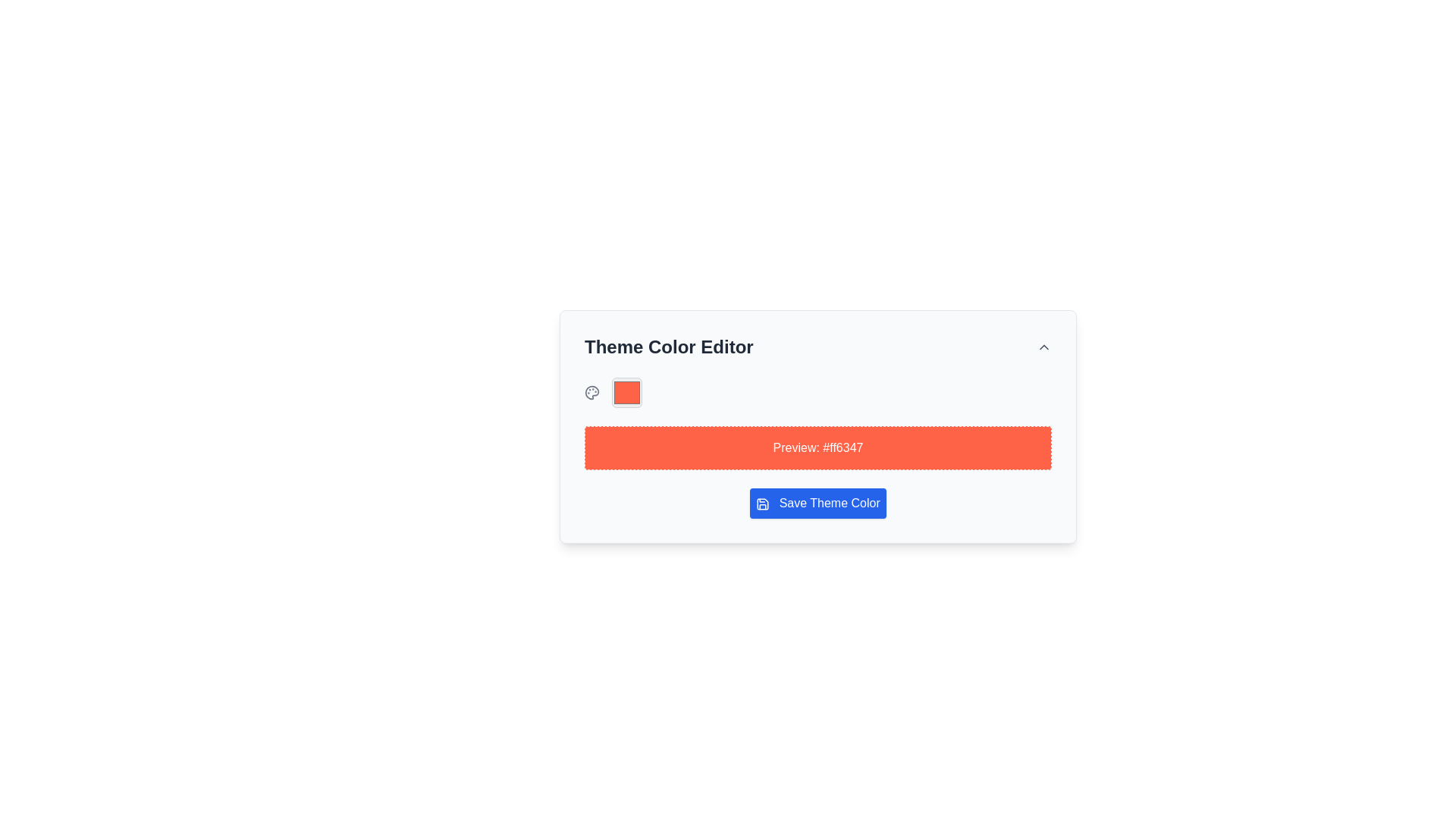 This screenshot has width=1456, height=819. I want to click on the save icon, which is a minimalist floppy disk symbol with a blue background and white outlines, located within the 'Save Theme Color' button at the bottom of the interface, so click(763, 504).